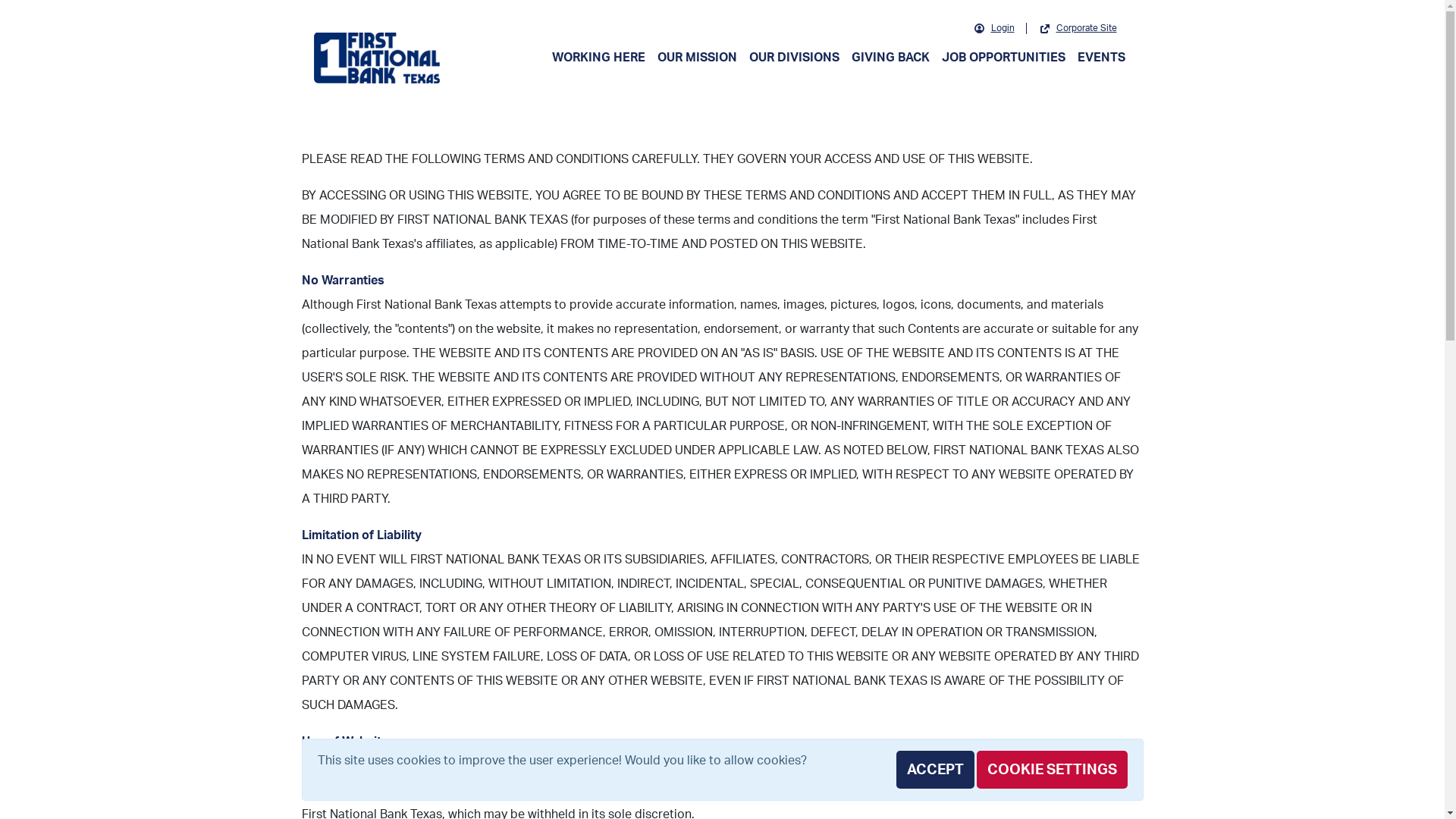 The height and width of the screenshot is (819, 1456). Describe the element at coordinates (793, 57) in the screenshot. I see `'OUR DIVISIONS'` at that location.